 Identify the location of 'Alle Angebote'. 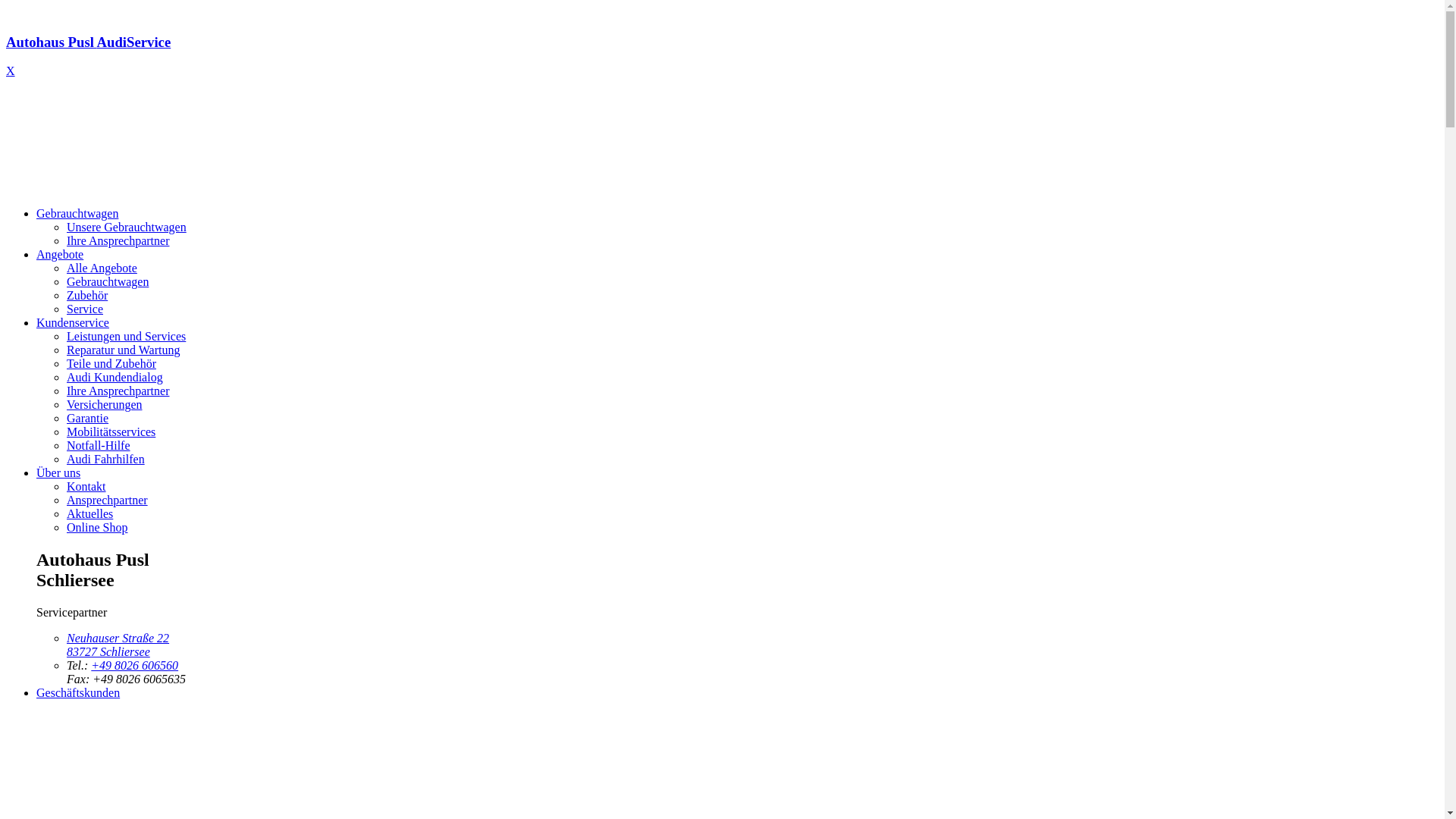
(65, 267).